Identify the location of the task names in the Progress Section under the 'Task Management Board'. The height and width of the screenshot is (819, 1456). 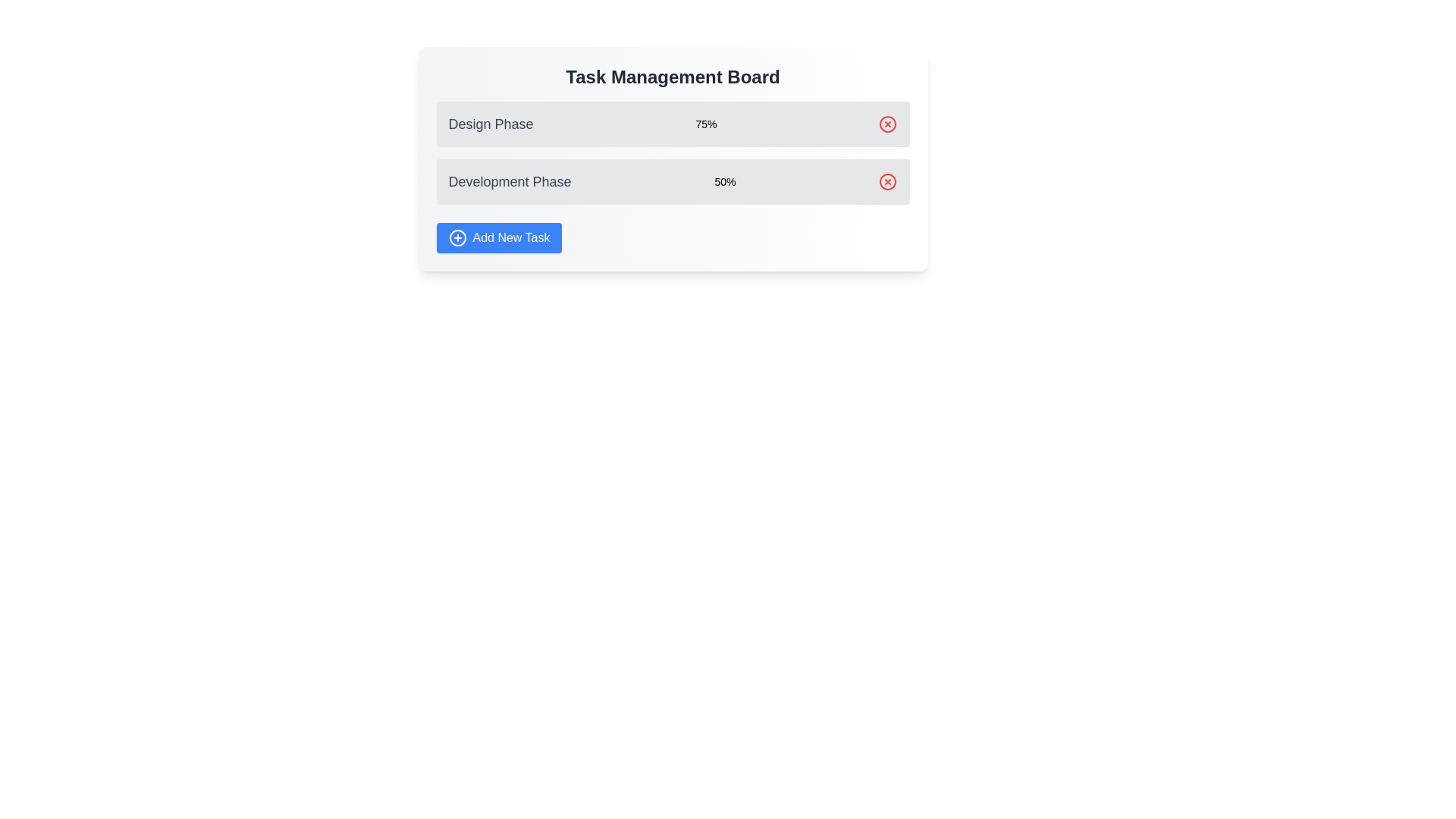
(672, 177).